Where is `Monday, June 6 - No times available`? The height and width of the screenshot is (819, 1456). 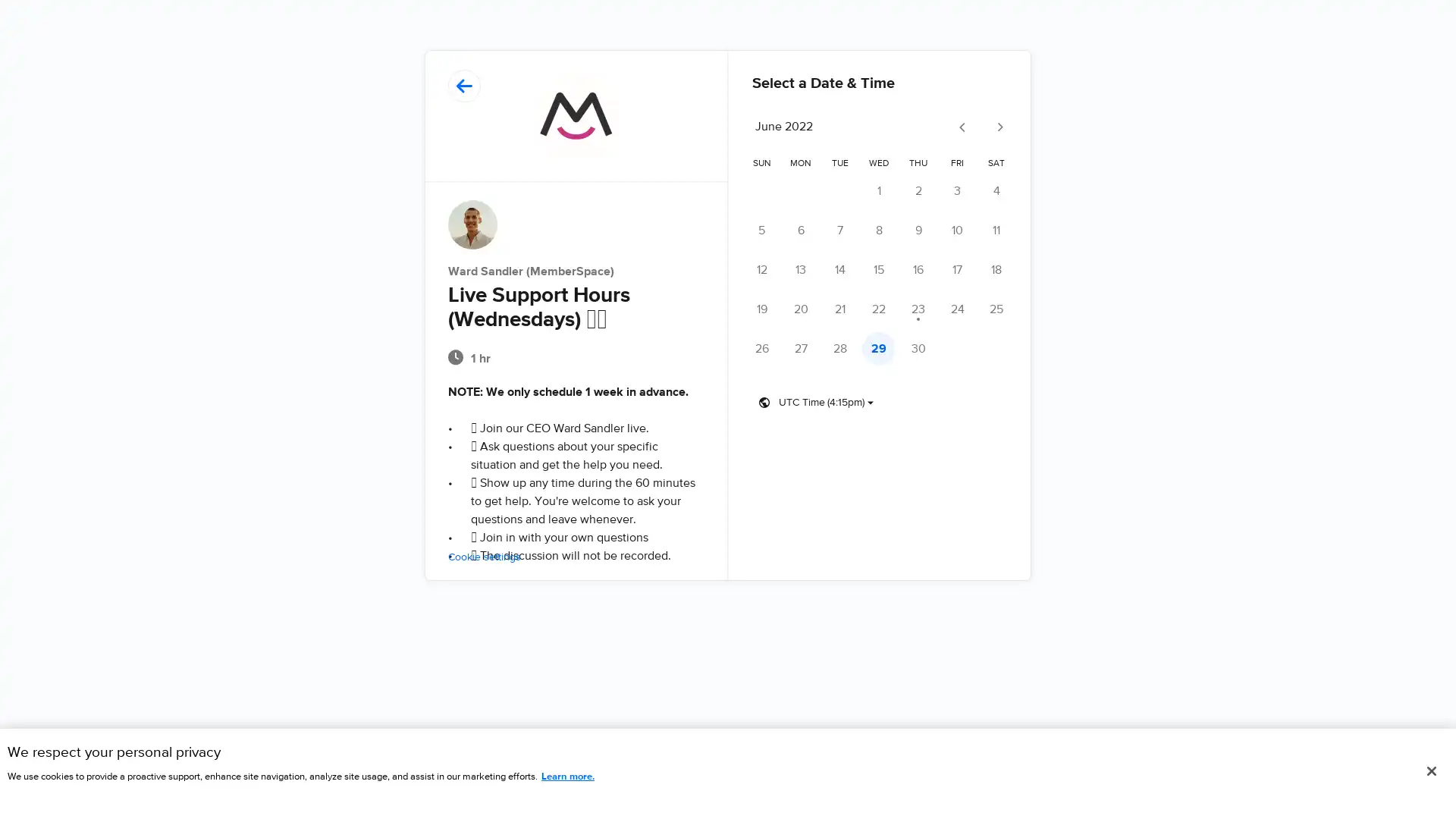 Monday, June 6 - No times available is located at coordinates (800, 231).